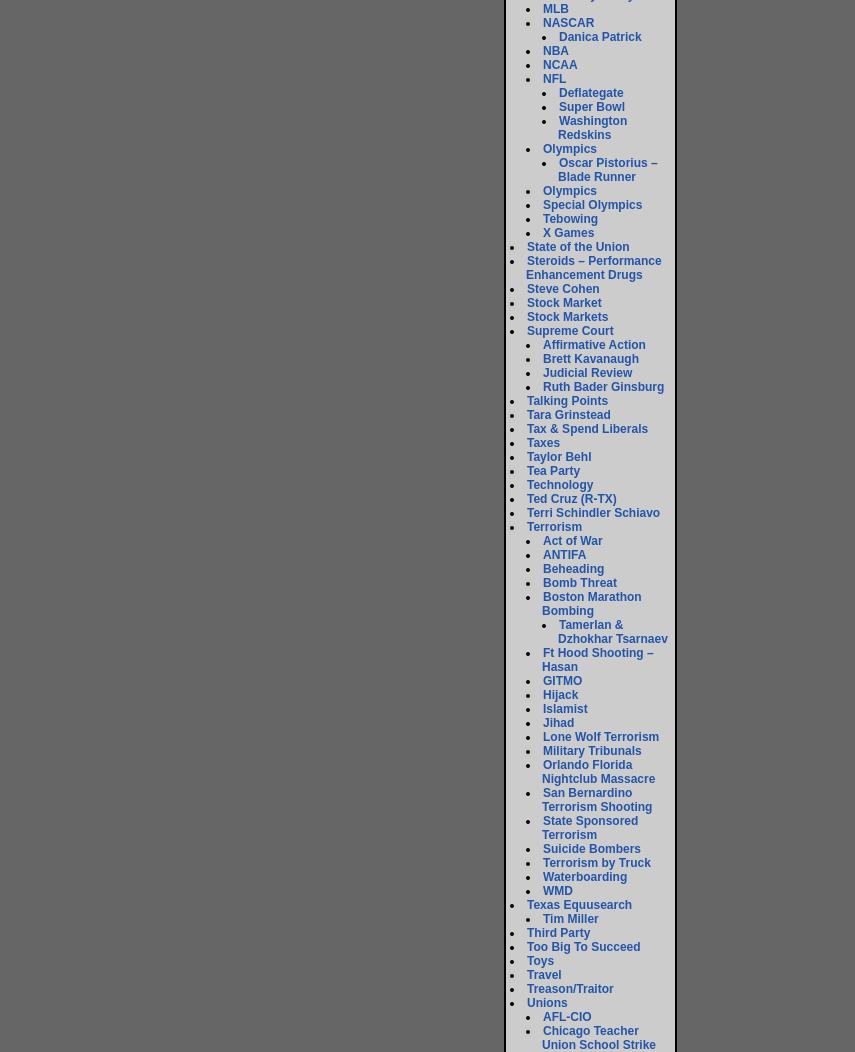  I want to click on 'Taylor Behl', so click(527, 456).